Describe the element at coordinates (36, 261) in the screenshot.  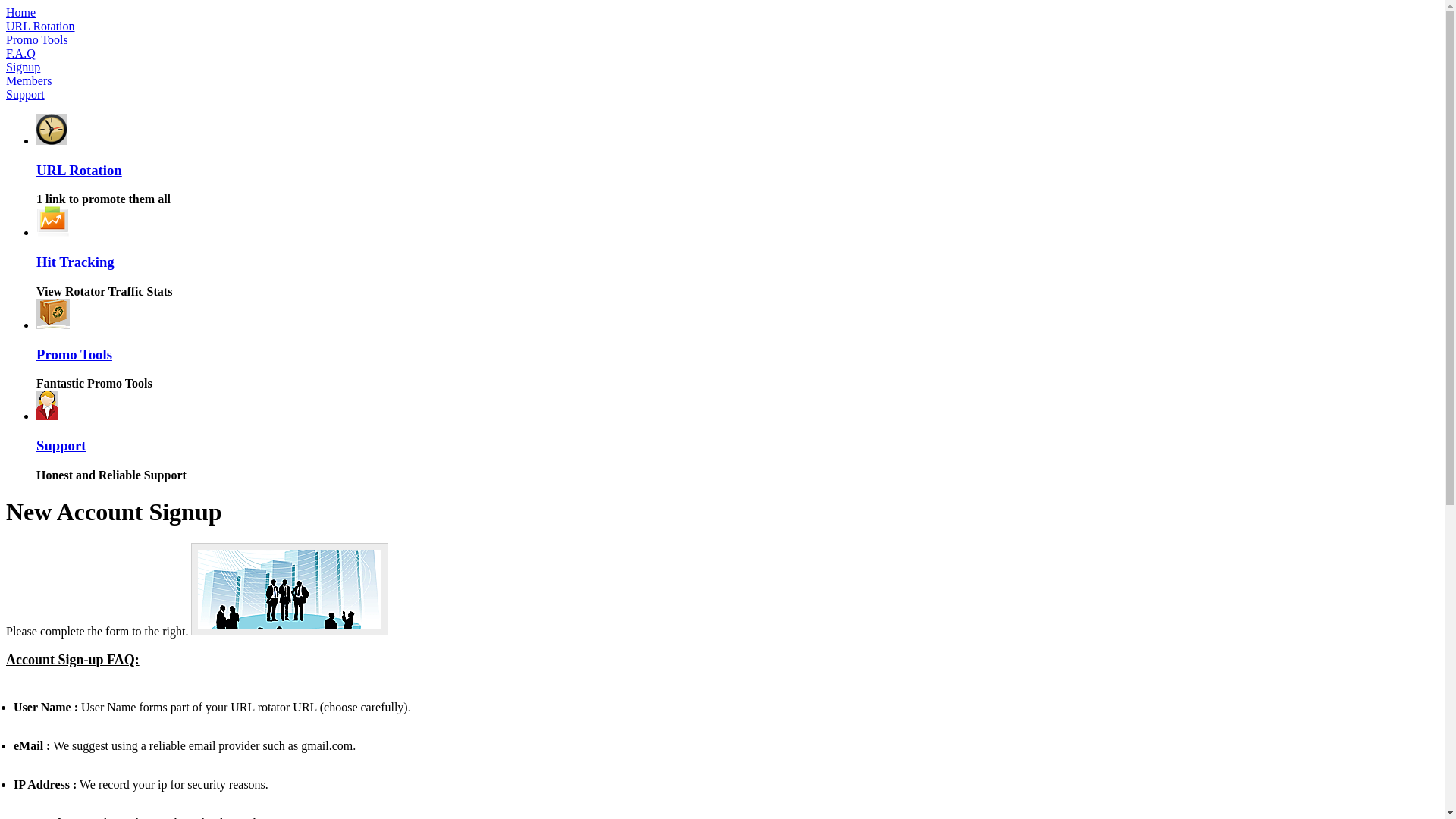
I see `'Hit Tracking'` at that location.